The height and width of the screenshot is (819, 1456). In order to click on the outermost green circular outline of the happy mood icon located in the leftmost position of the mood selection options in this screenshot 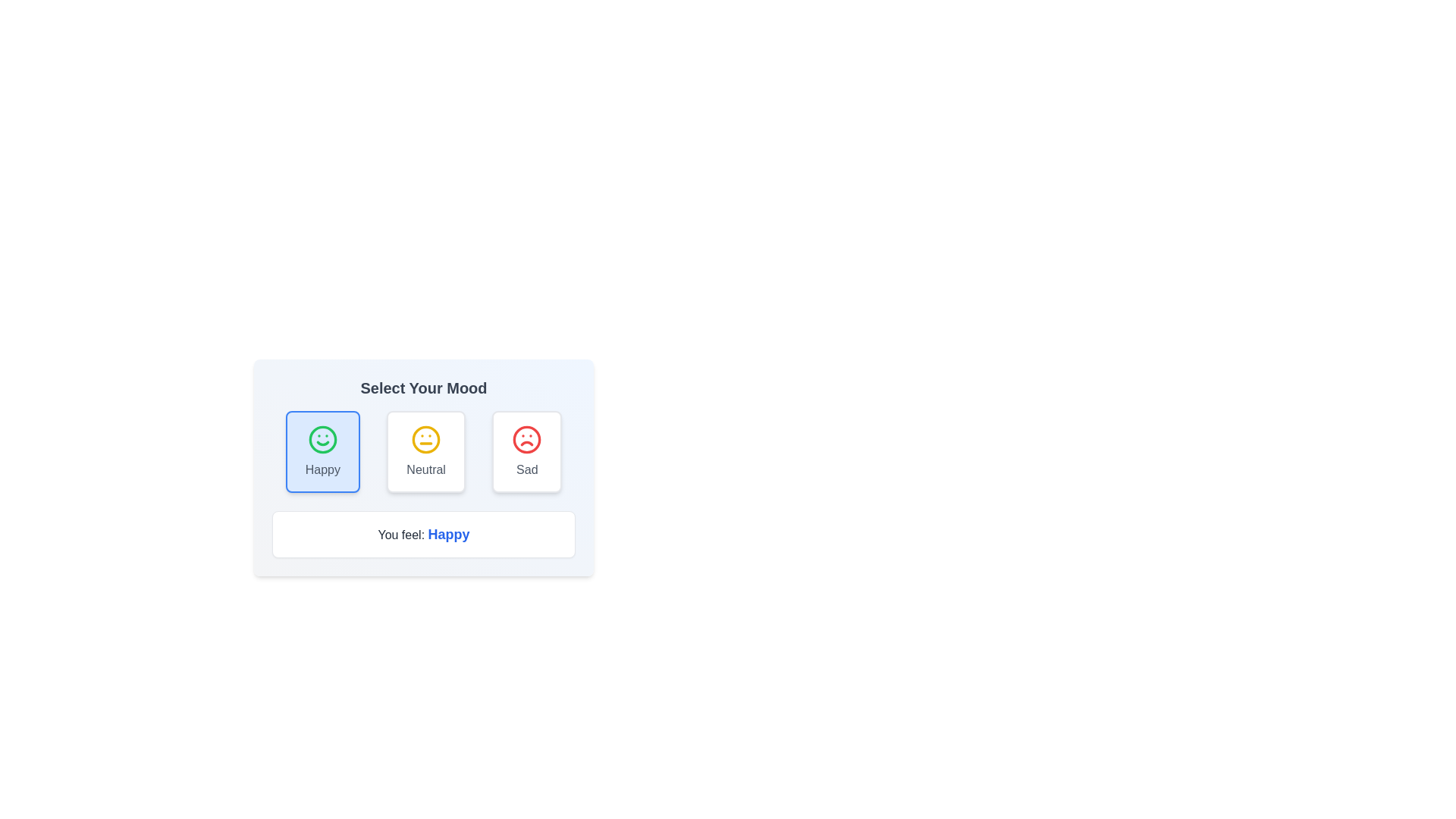, I will do `click(322, 439)`.